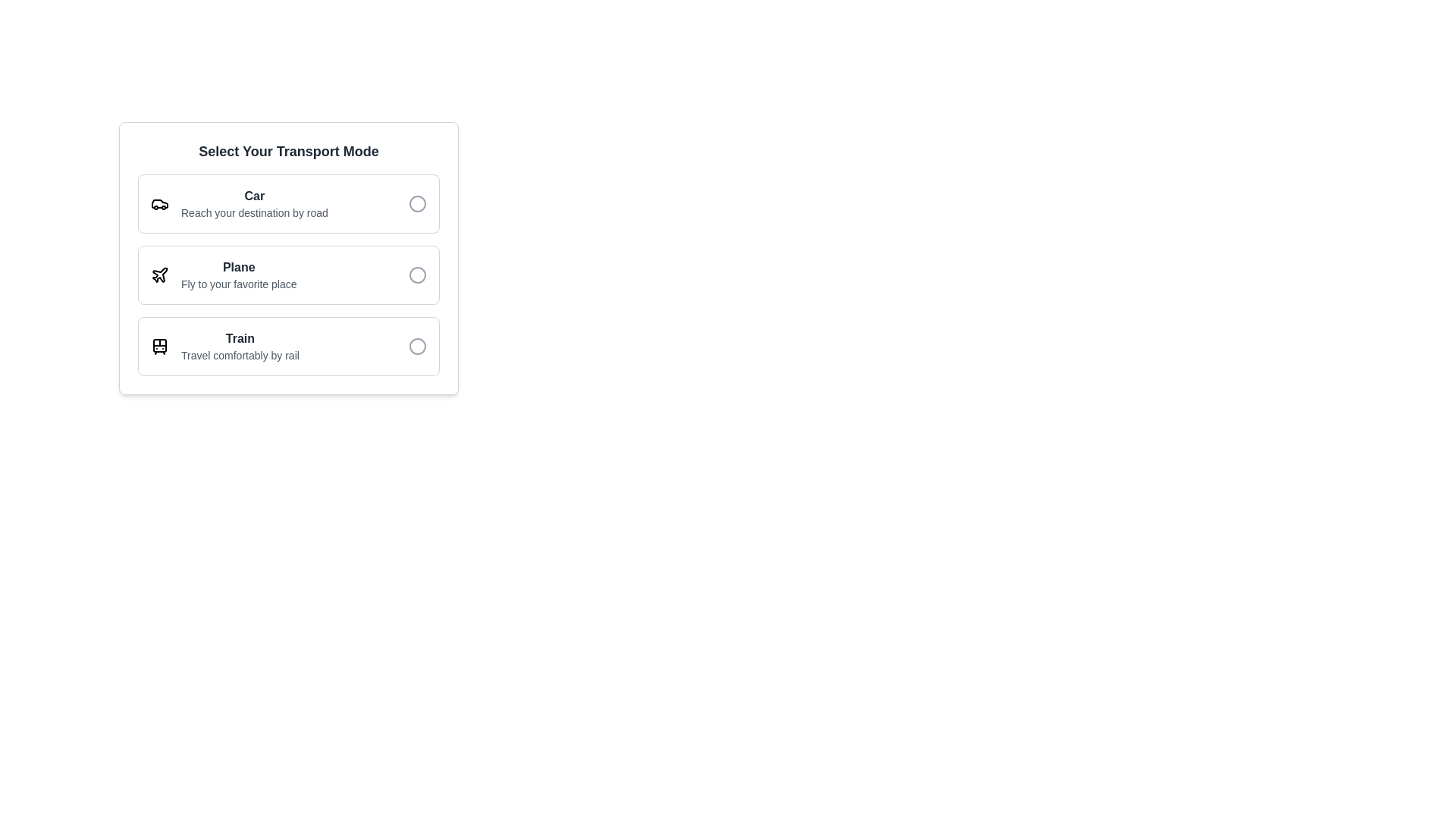 This screenshot has height=819, width=1456. Describe the element at coordinates (418, 346) in the screenshot. I see `the unselected radio button represented by an SVG circle beneath the 'Train' option in the UI interface` at that location.